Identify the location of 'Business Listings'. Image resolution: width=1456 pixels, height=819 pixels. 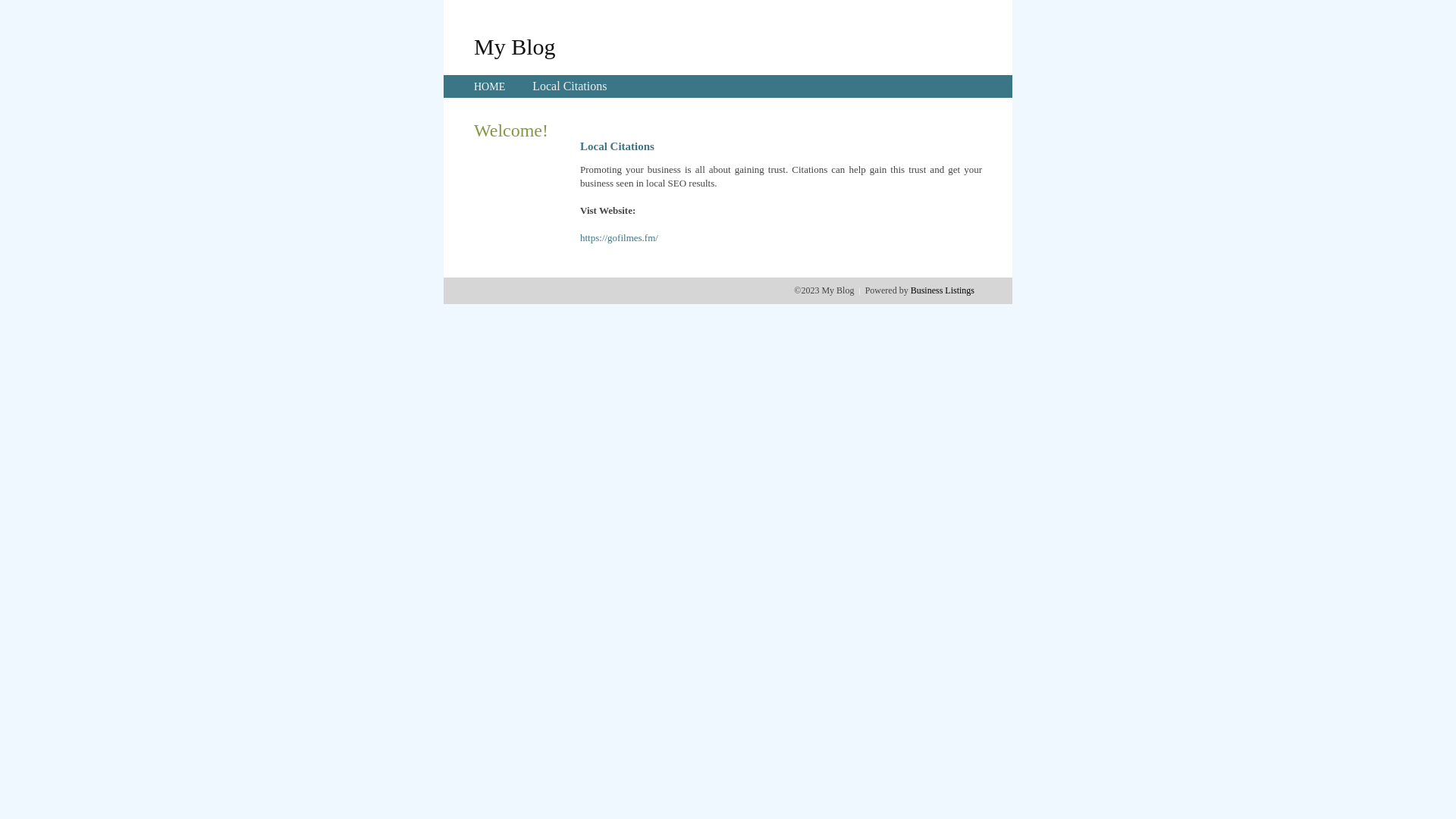
(942, 290).